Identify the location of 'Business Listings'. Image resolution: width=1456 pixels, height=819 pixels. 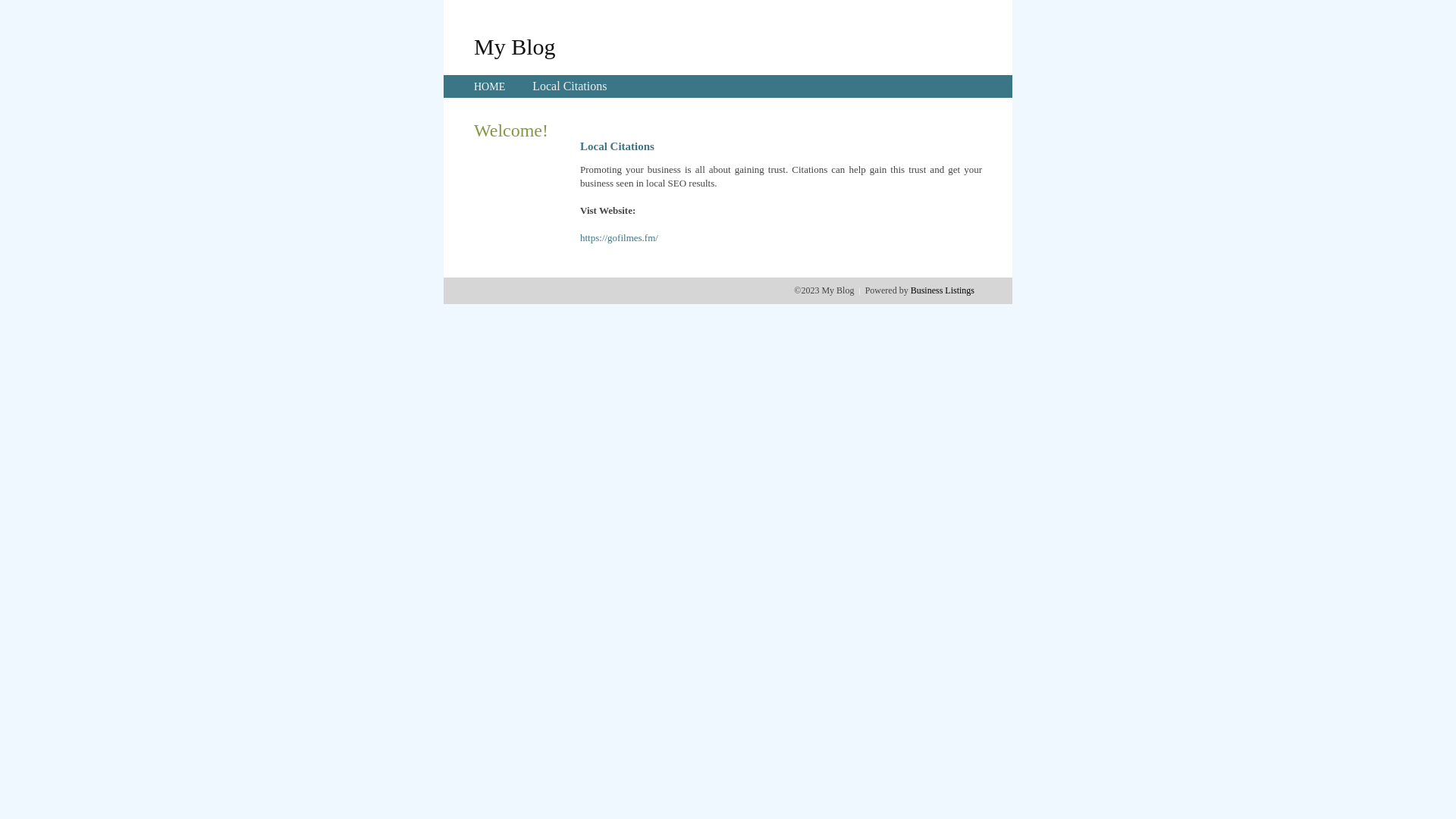
(942, 290).